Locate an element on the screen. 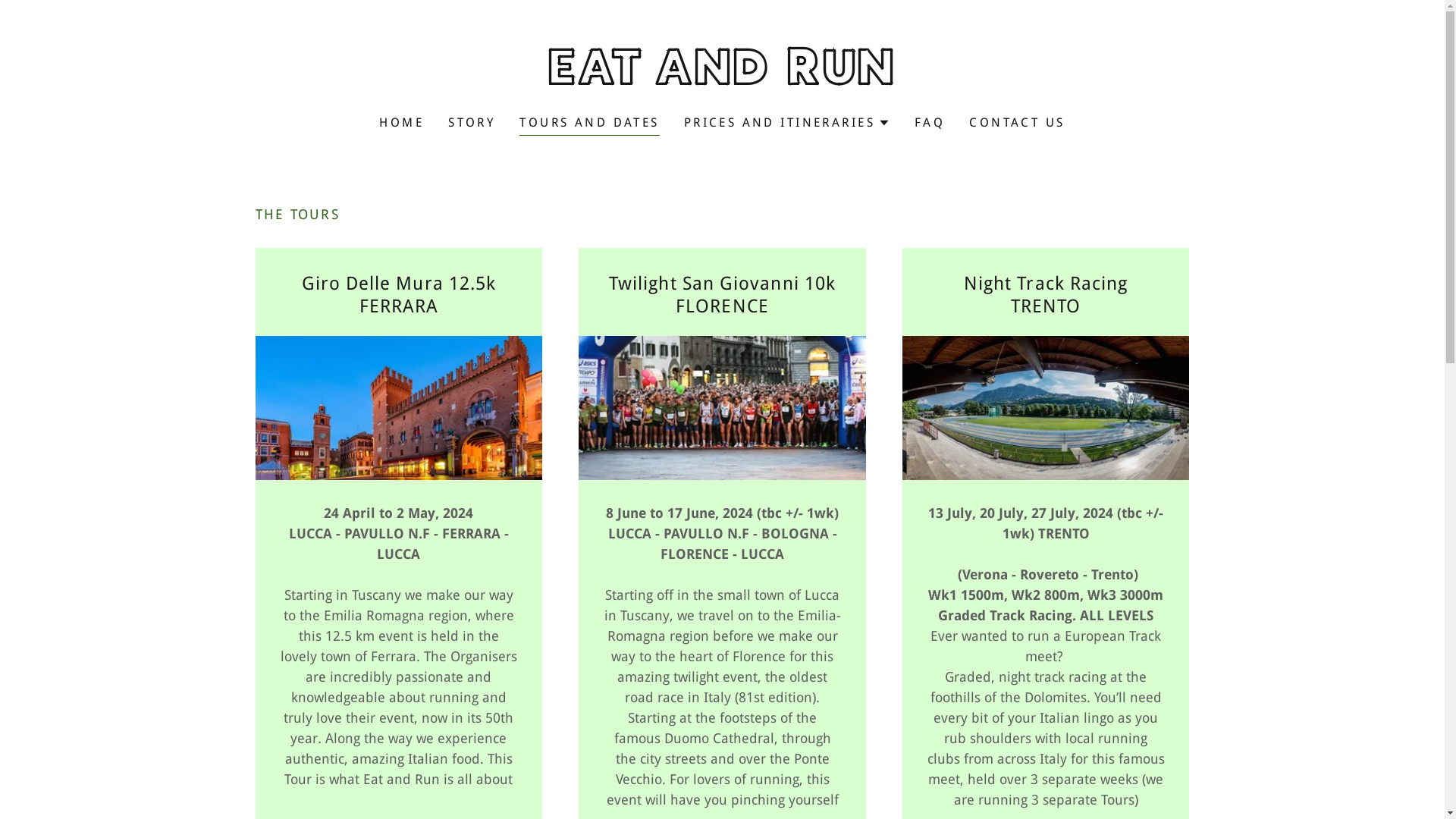  'EAT AND RUN' is located at coordinates (721, 80).